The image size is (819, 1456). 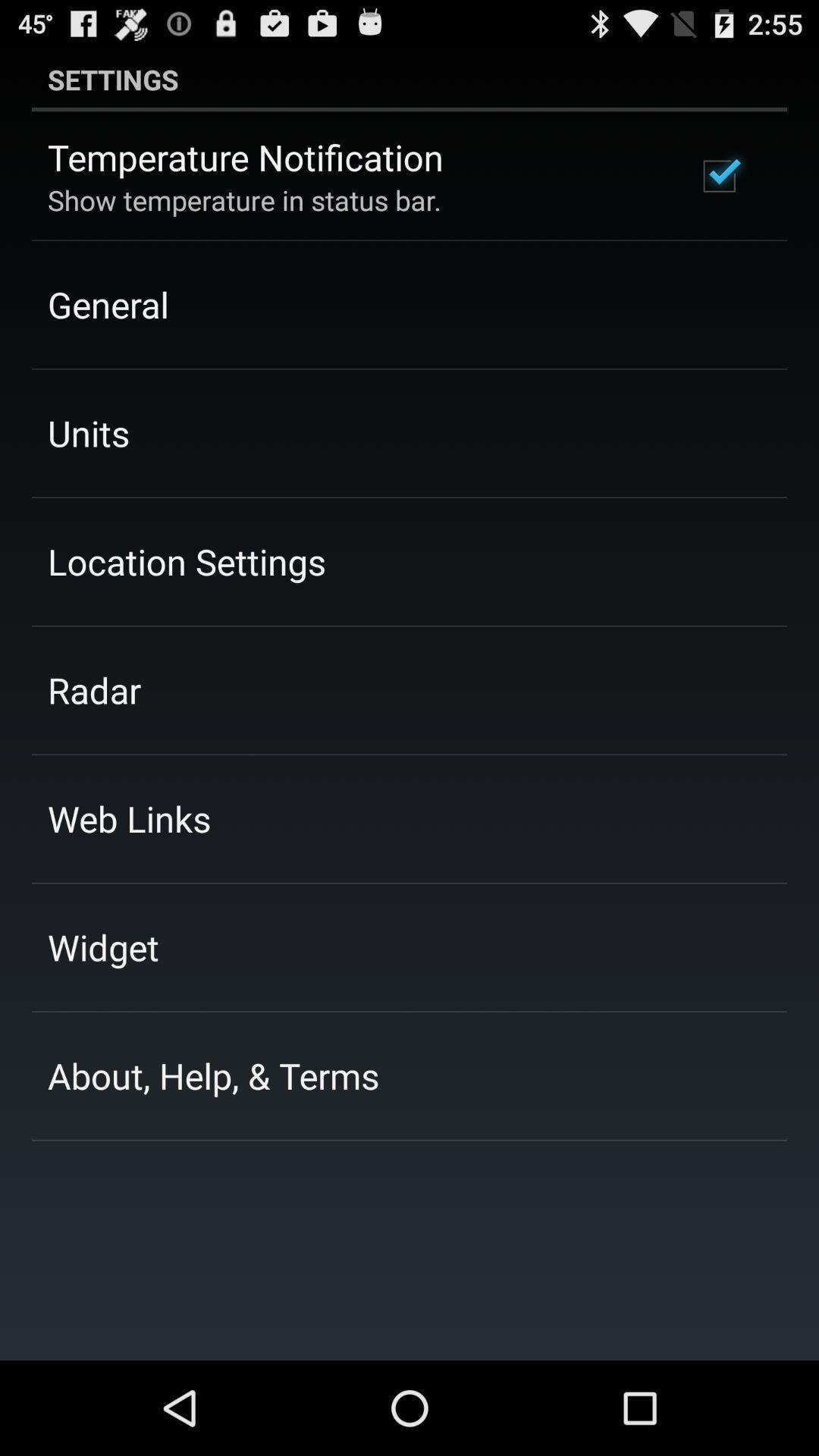 What do you see at coordinates (88, 432) in the screenshot?
I see `the app above the location settings` at bounding box center [88, 432].